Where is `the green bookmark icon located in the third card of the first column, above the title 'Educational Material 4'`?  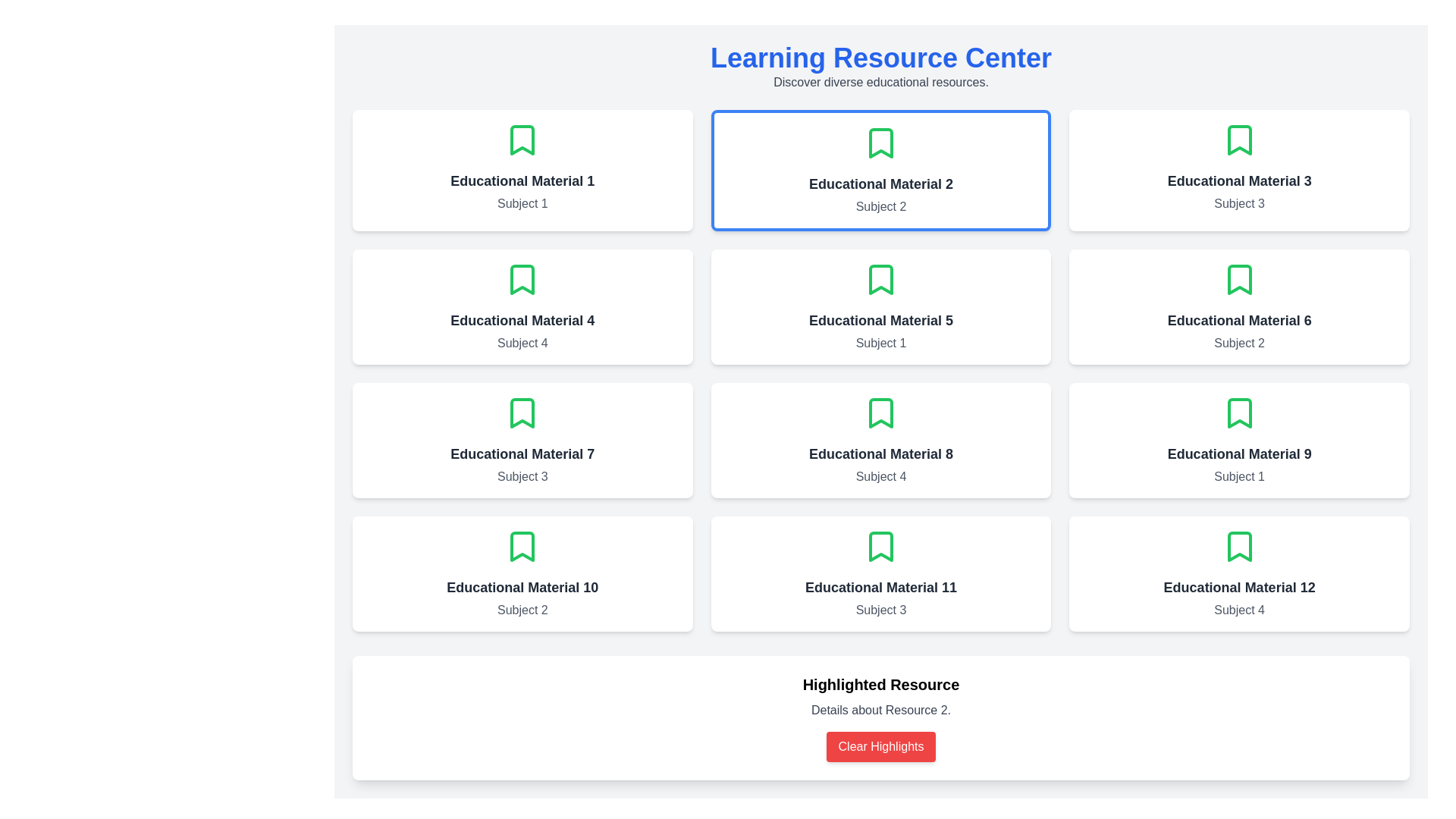 the green bookmark icon located in the third card of the first column, above the title 'Educational Material 4' is located at coordinates (522, 280).